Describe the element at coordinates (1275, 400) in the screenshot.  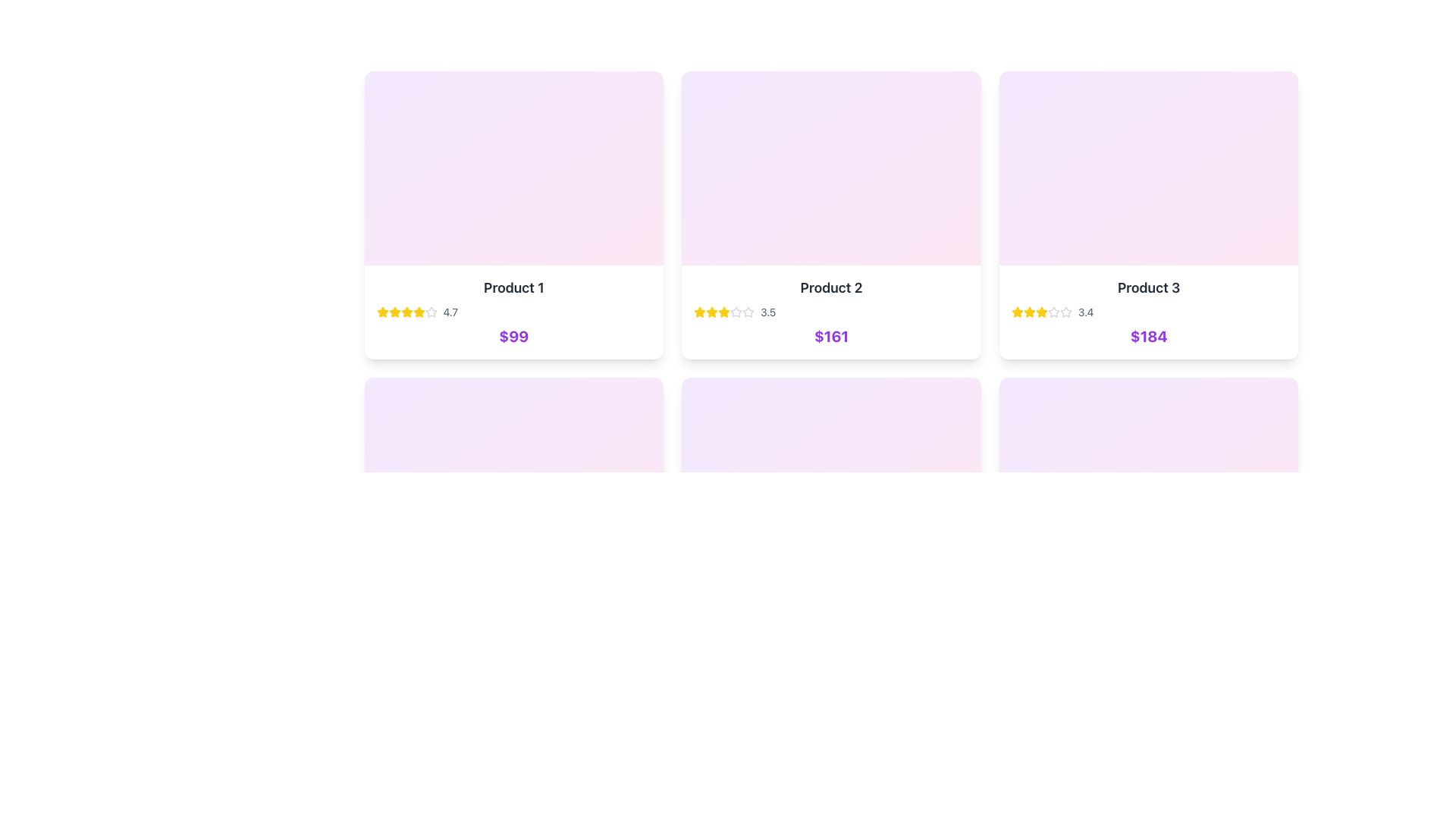
I see `the eye-like SVG Icon located at the center of a circular button in the bottom-right corner of the Product 3 card` at that location.